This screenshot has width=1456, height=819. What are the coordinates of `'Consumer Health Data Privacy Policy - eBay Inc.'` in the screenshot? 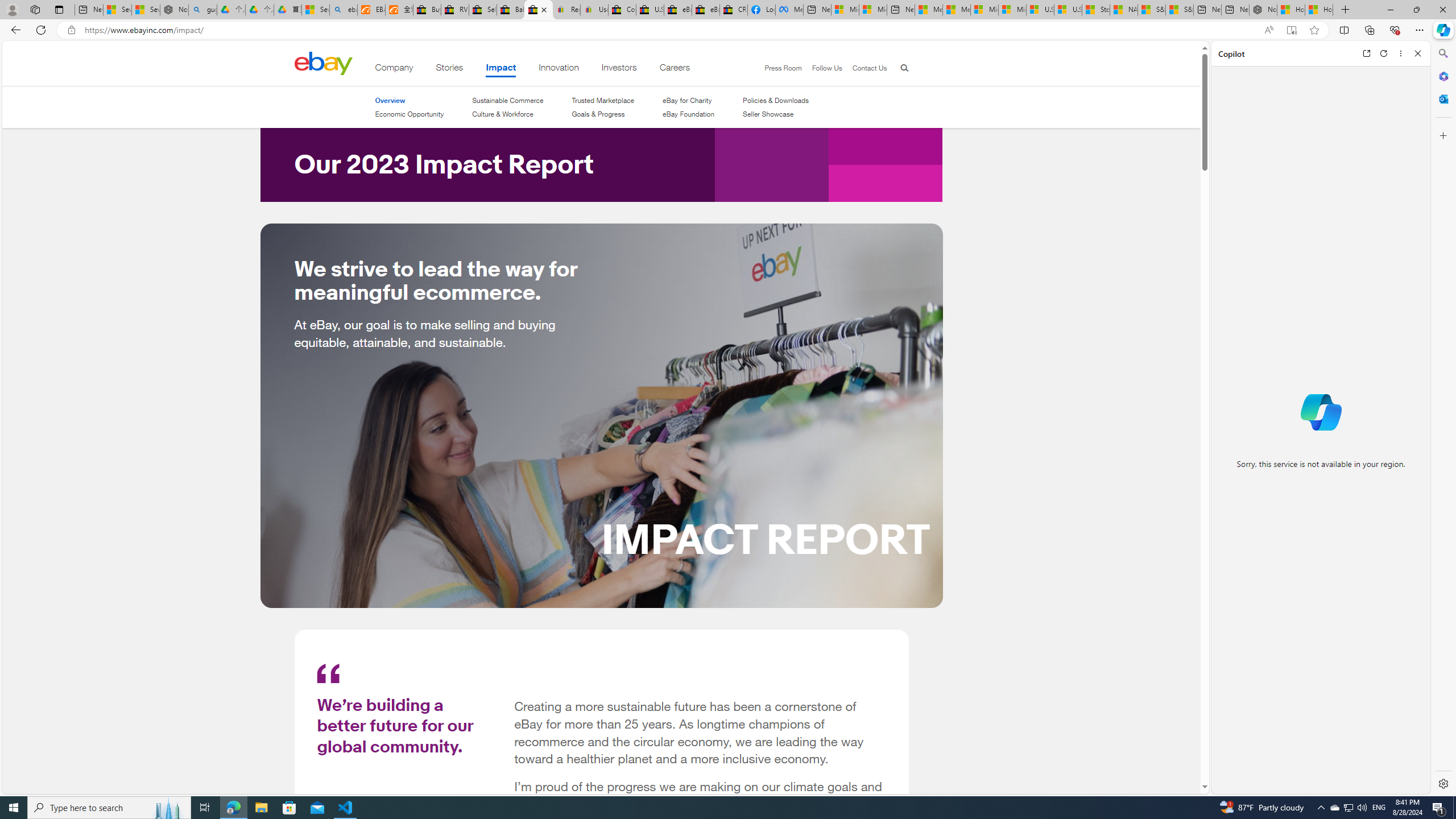 It's located at (621, 9).